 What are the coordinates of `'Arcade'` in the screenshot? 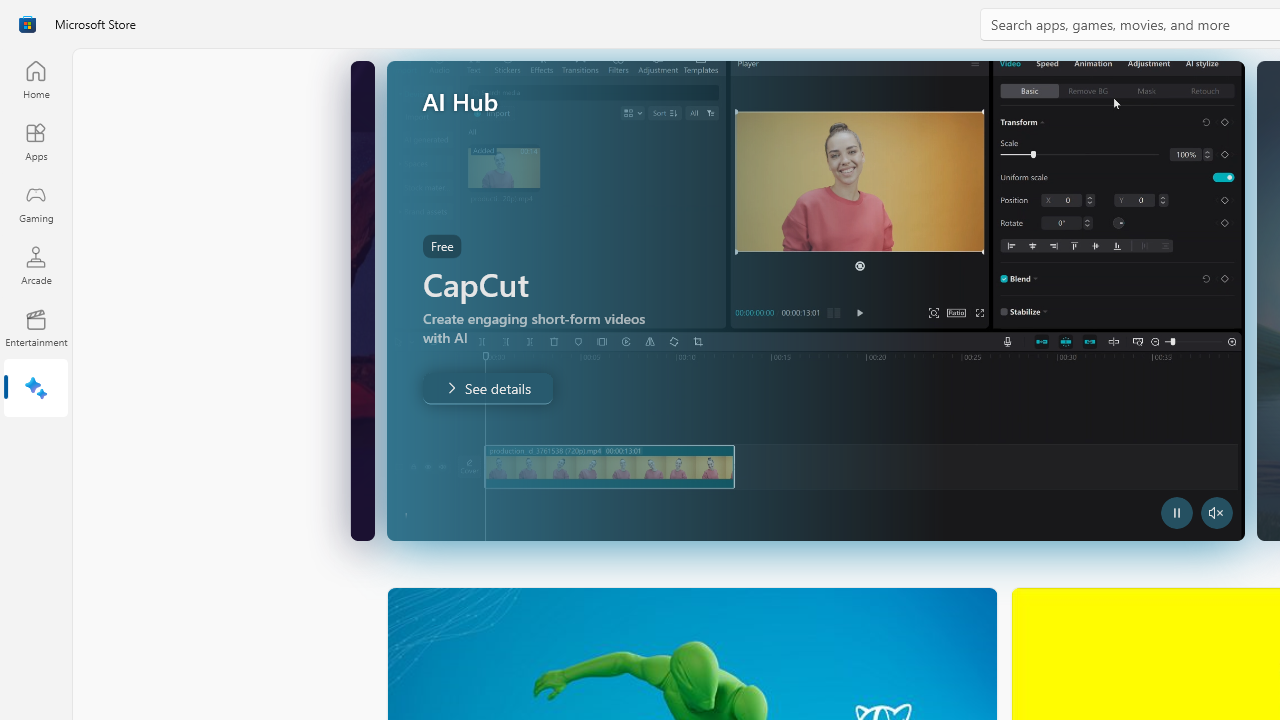 It's located at (35, 264).